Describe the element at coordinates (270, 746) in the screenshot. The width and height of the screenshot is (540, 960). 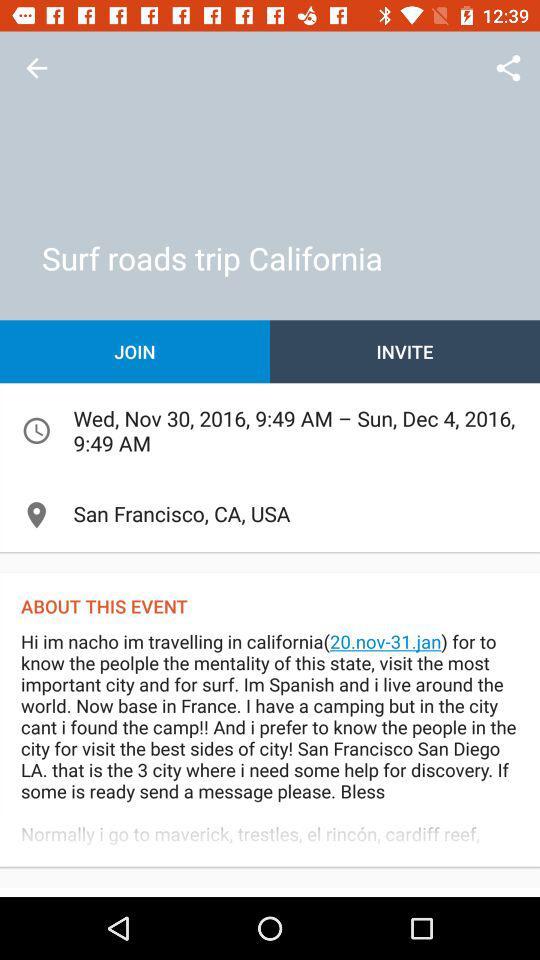
I see `hi im nacho icon` at that location.